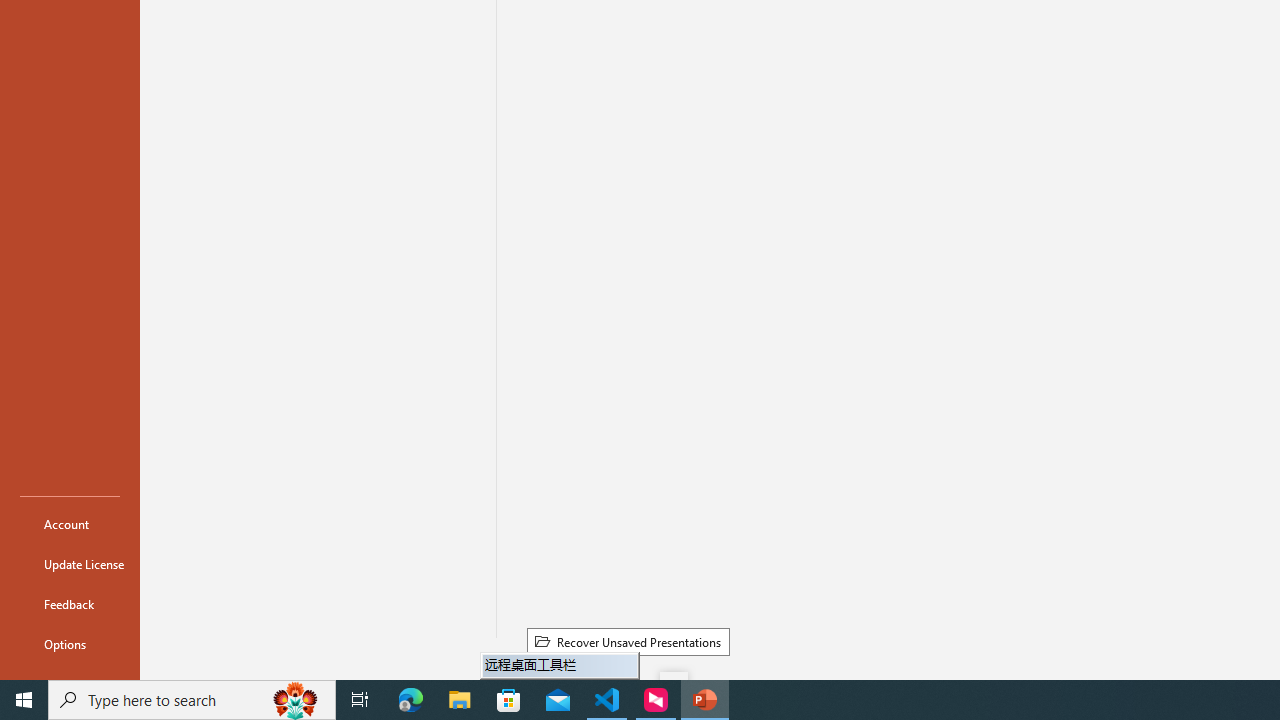 The width and height of the screenshot is (1280, 720). I want to click on 'Feedback', so click(69, 603).